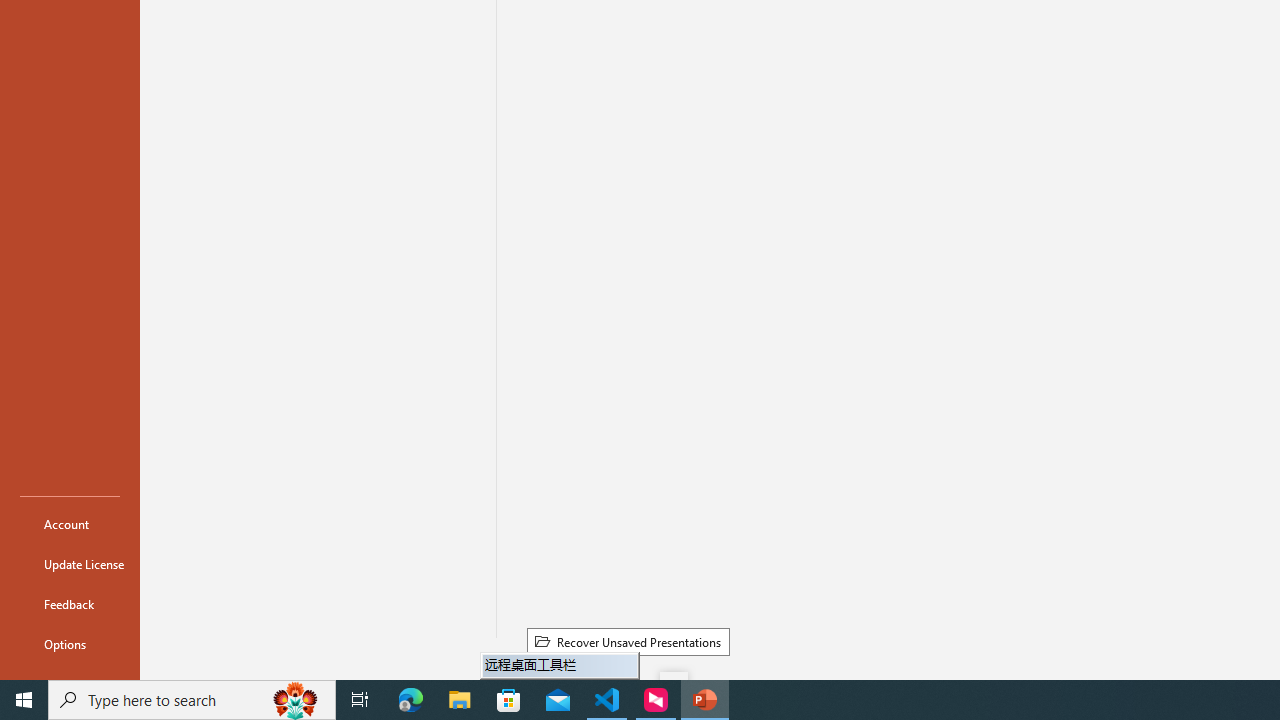 The width and height of the screenshot is (1280, 720). I want to click on 'Feedback', so click(69, 603).